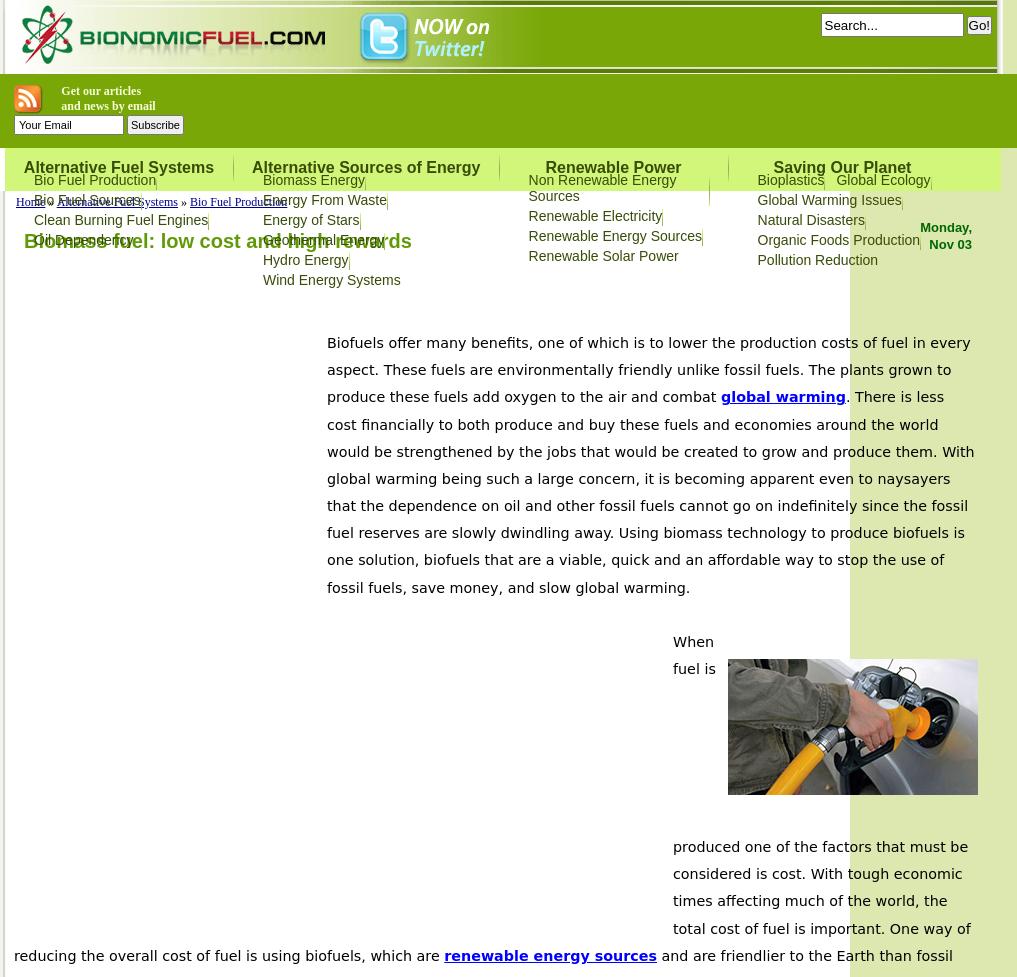 The image size is (1017, 977). I want to click on 'Saving Our Planet', so click(840, 166).